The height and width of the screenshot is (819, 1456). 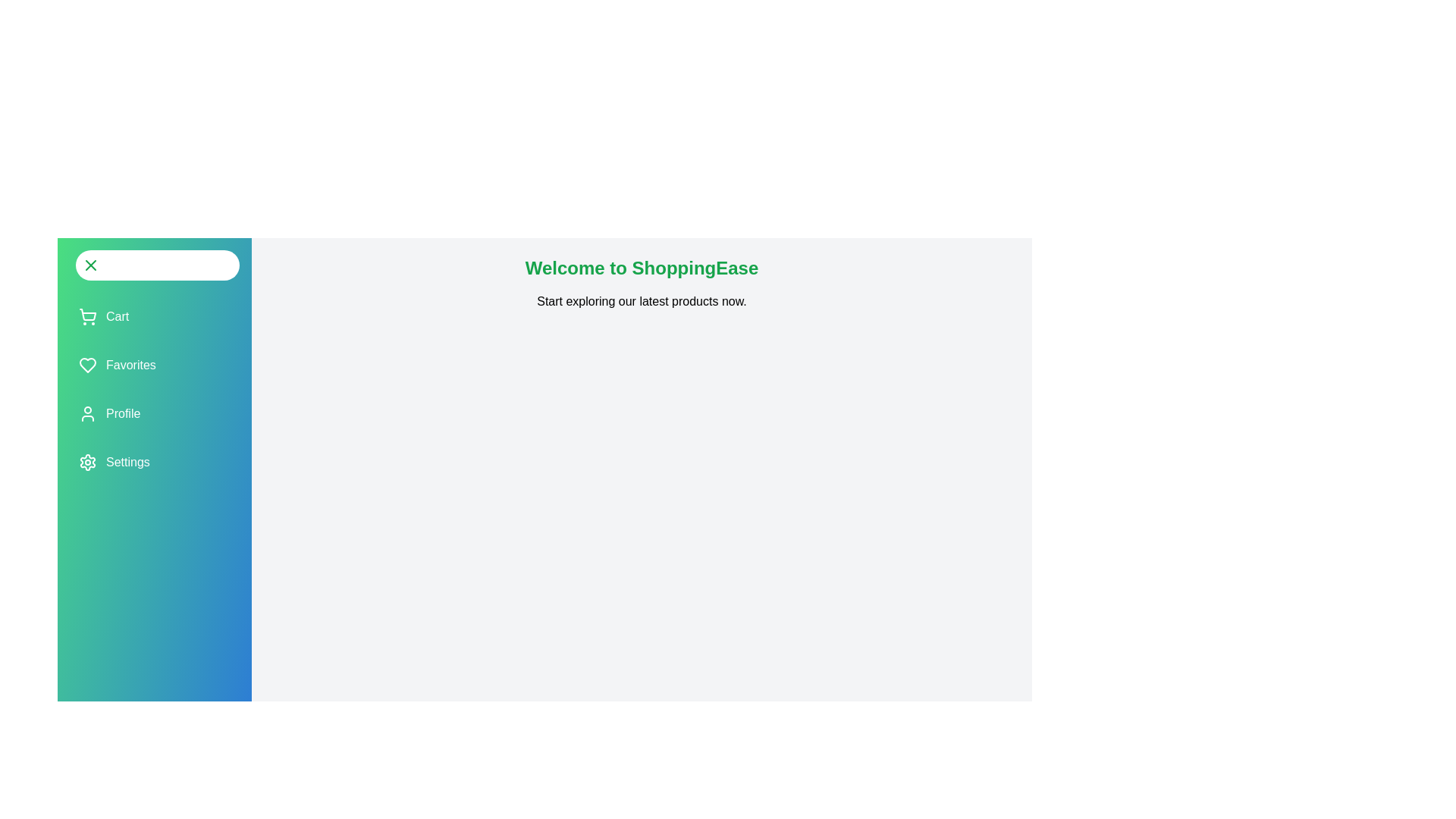 What do you see at coordinates (112, 461) in the screenshot?
I see `the 'Settings' button to navigate to the 'Settings' section` at bounding box center [112, 461].